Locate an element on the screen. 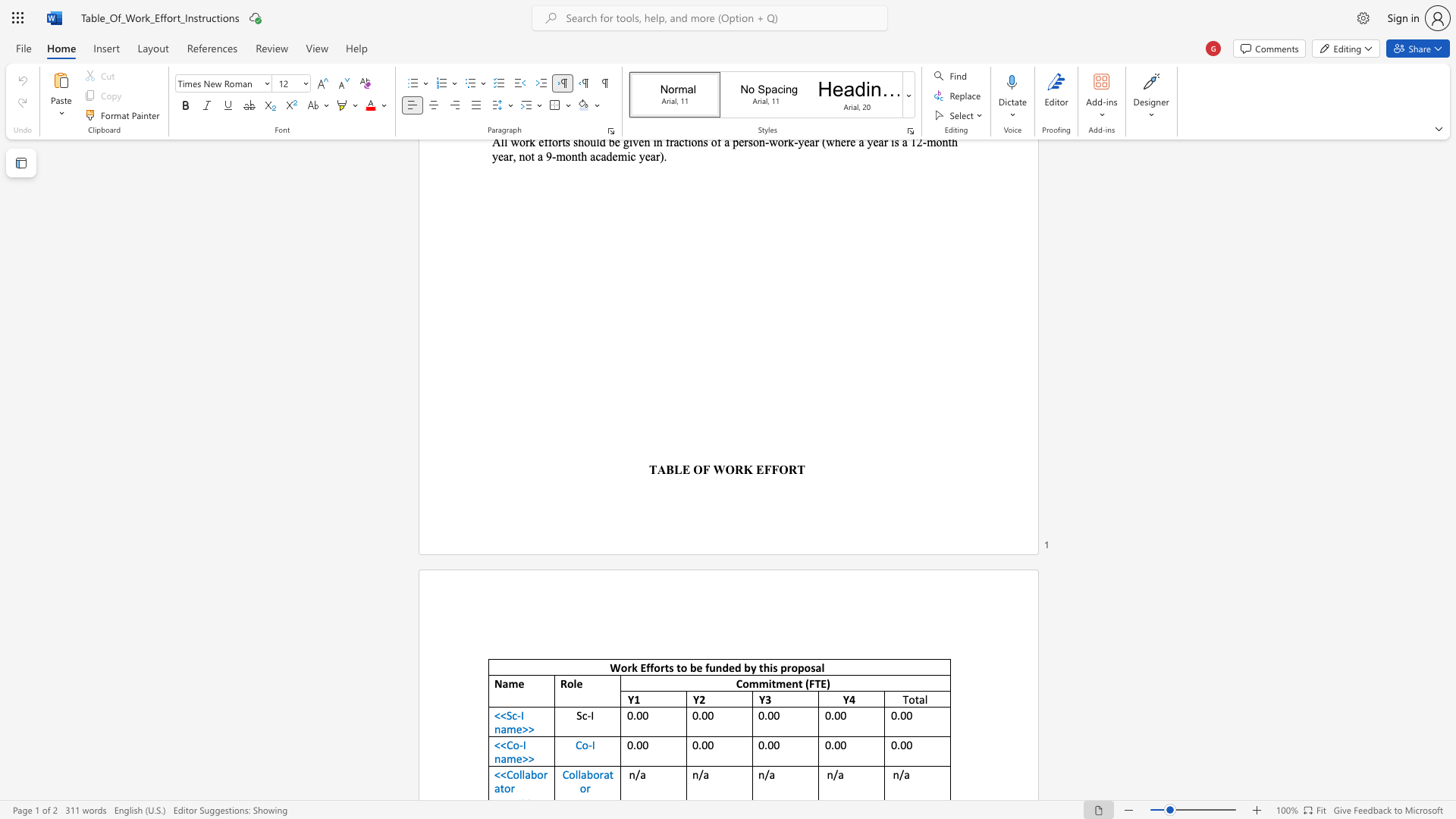 The width and height of the screenshot is (1456, 819). the space between the continuous character "r" and "t" in the text is located at coordinates (664, 667).